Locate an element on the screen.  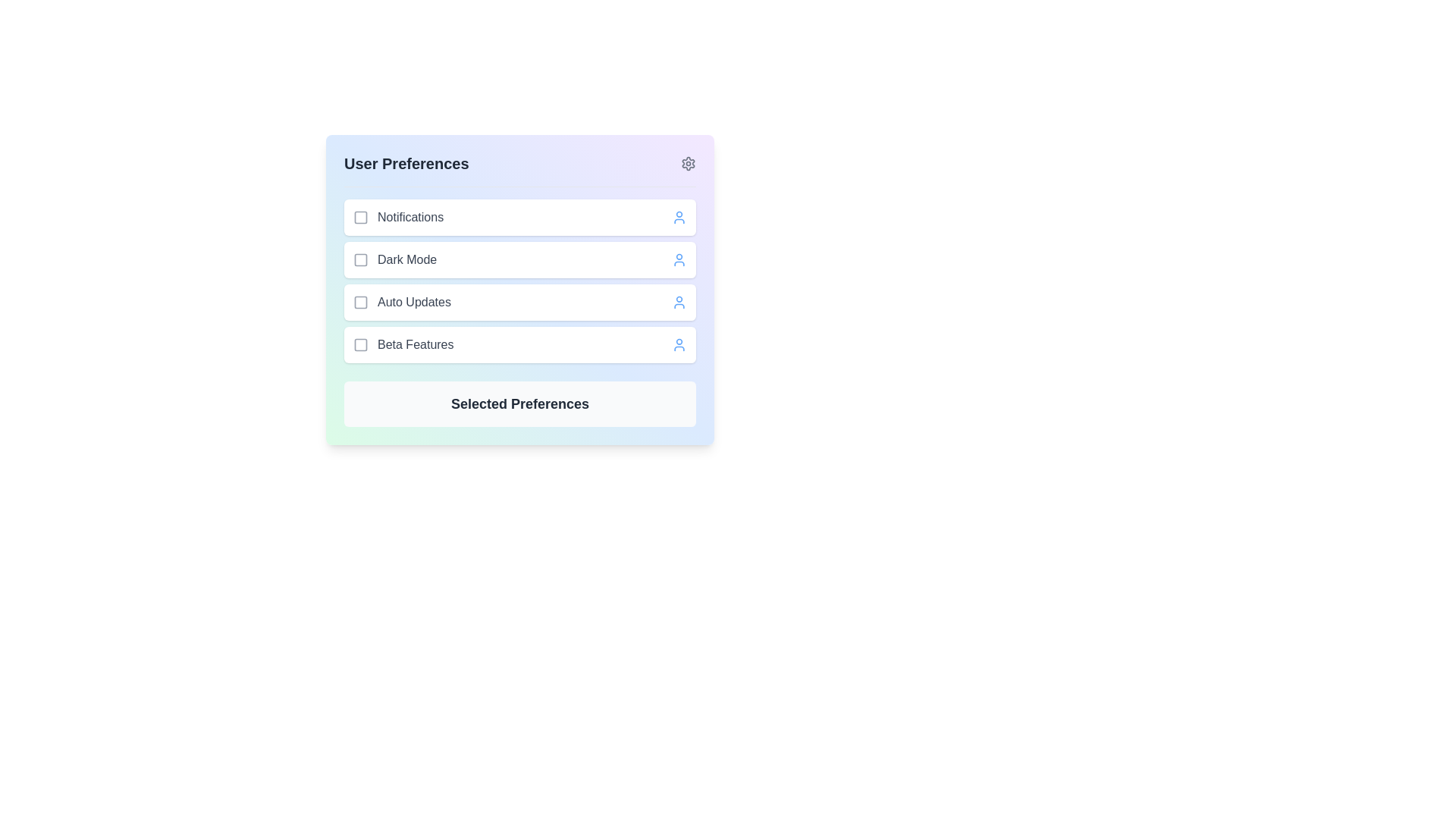
the checkbox state indicator for 'Auto Updates' is located at coordinates (359, 302).